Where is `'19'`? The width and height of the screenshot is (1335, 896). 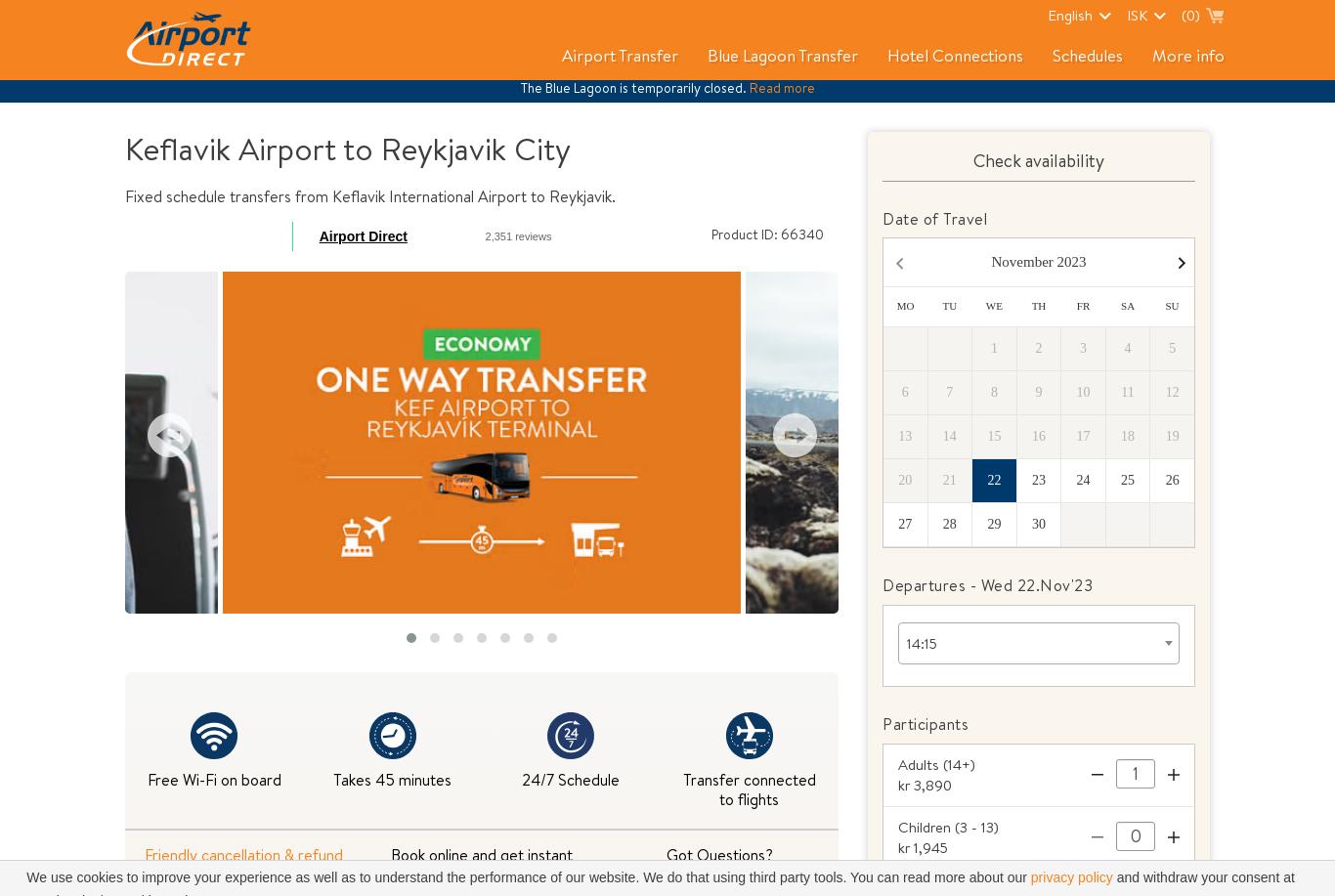
'19' is located at coordinates (1171, 436).